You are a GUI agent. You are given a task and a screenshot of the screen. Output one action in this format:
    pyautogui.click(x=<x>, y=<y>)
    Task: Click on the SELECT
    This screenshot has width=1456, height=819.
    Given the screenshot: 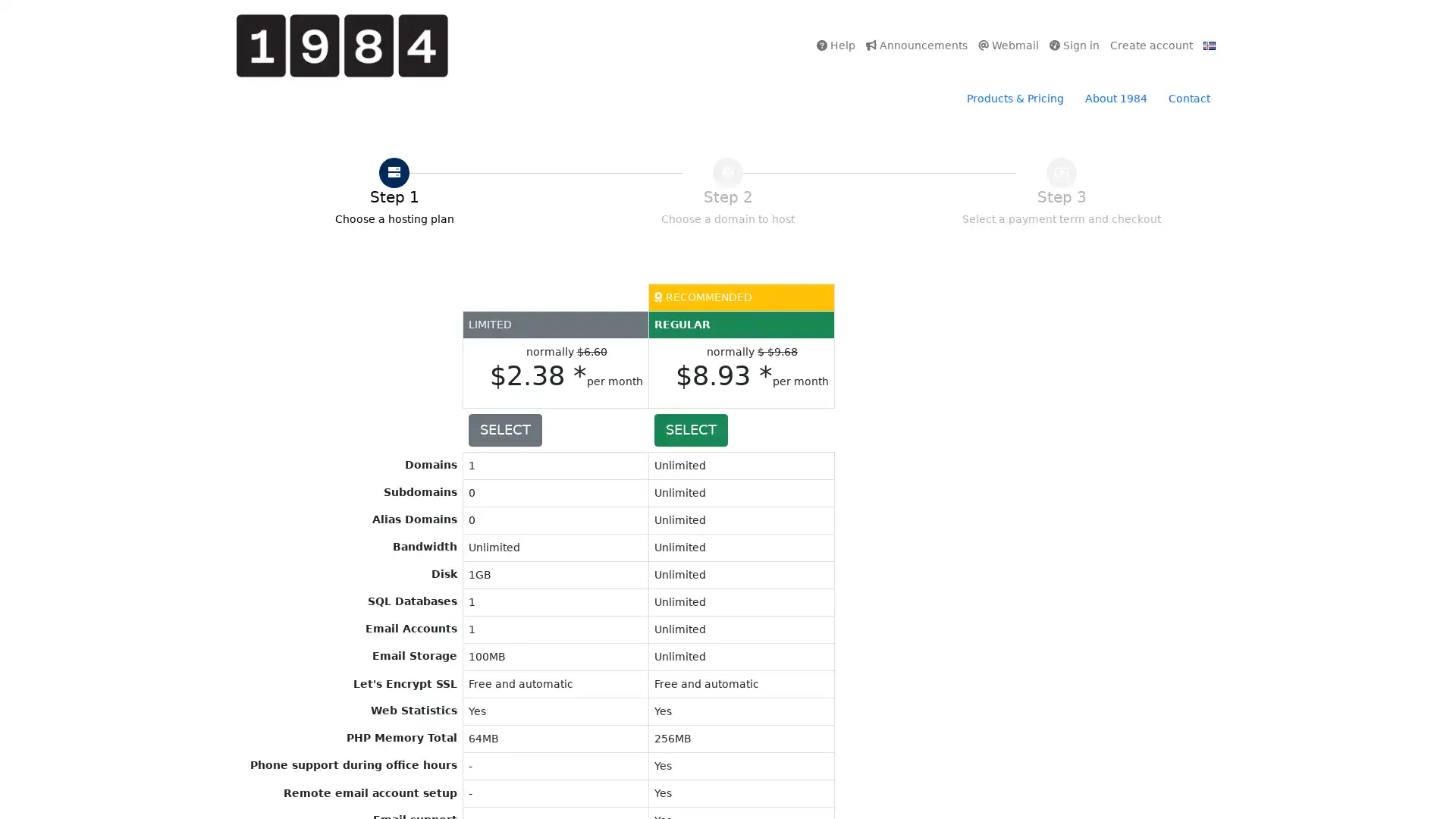 What is the action you would take?
    pyautogui.click(x=689, y=430)
    